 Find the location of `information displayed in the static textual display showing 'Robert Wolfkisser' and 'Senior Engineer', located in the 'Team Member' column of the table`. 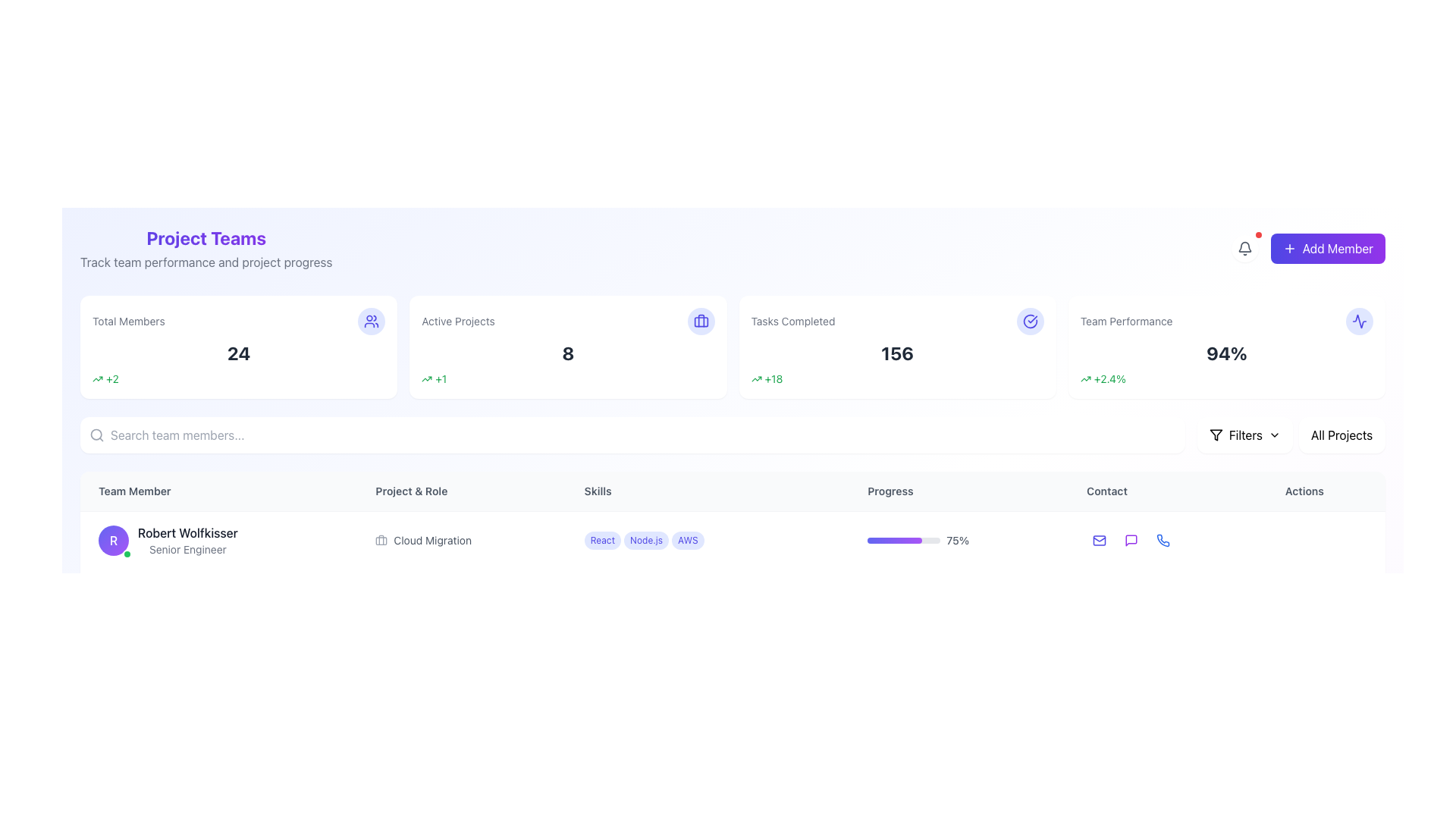

information displayed in the static textual display showing 'Robert Wolfkisser' and 'Senior Engineer', located in the 'Team Member' column of the table is located at coordinates (187, 540).